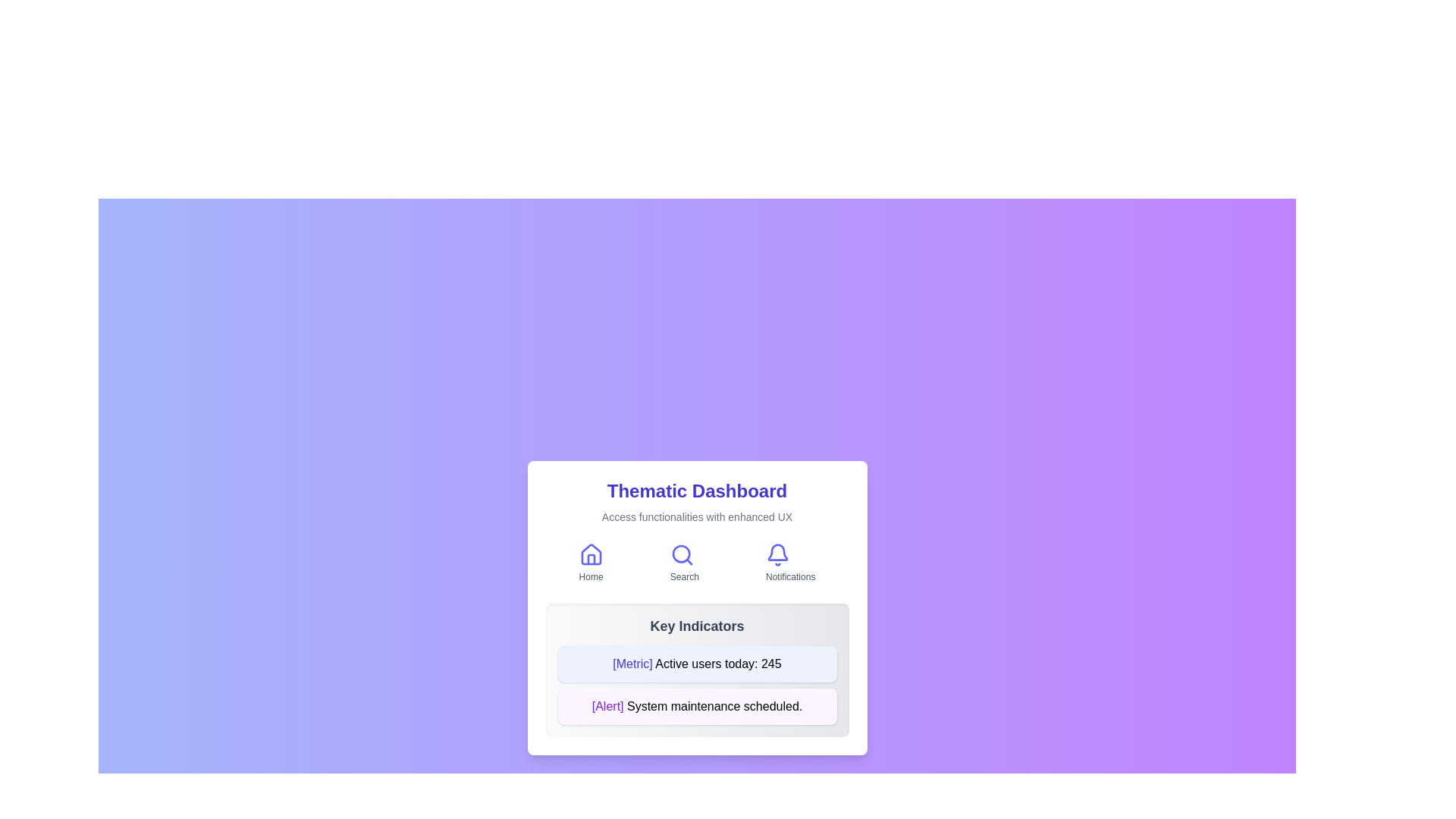 The height and width of the screenshot is (819, 1456). I want to click on the indigo bell icon located above the 'Notifications' text in the notifications section of the interface, so click(778, 555).